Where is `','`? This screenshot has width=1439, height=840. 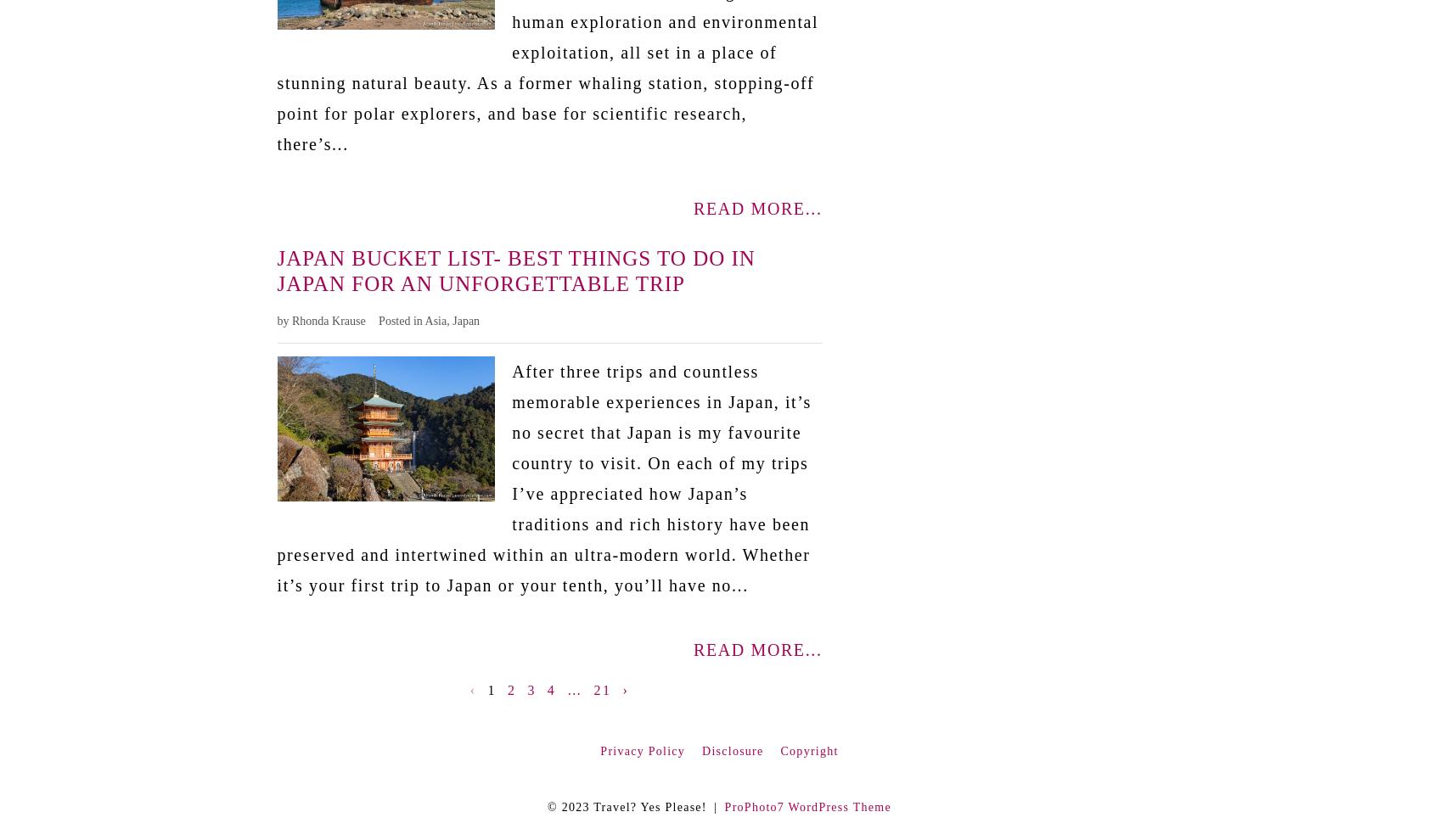
',' is located at coordinates (449, 320).